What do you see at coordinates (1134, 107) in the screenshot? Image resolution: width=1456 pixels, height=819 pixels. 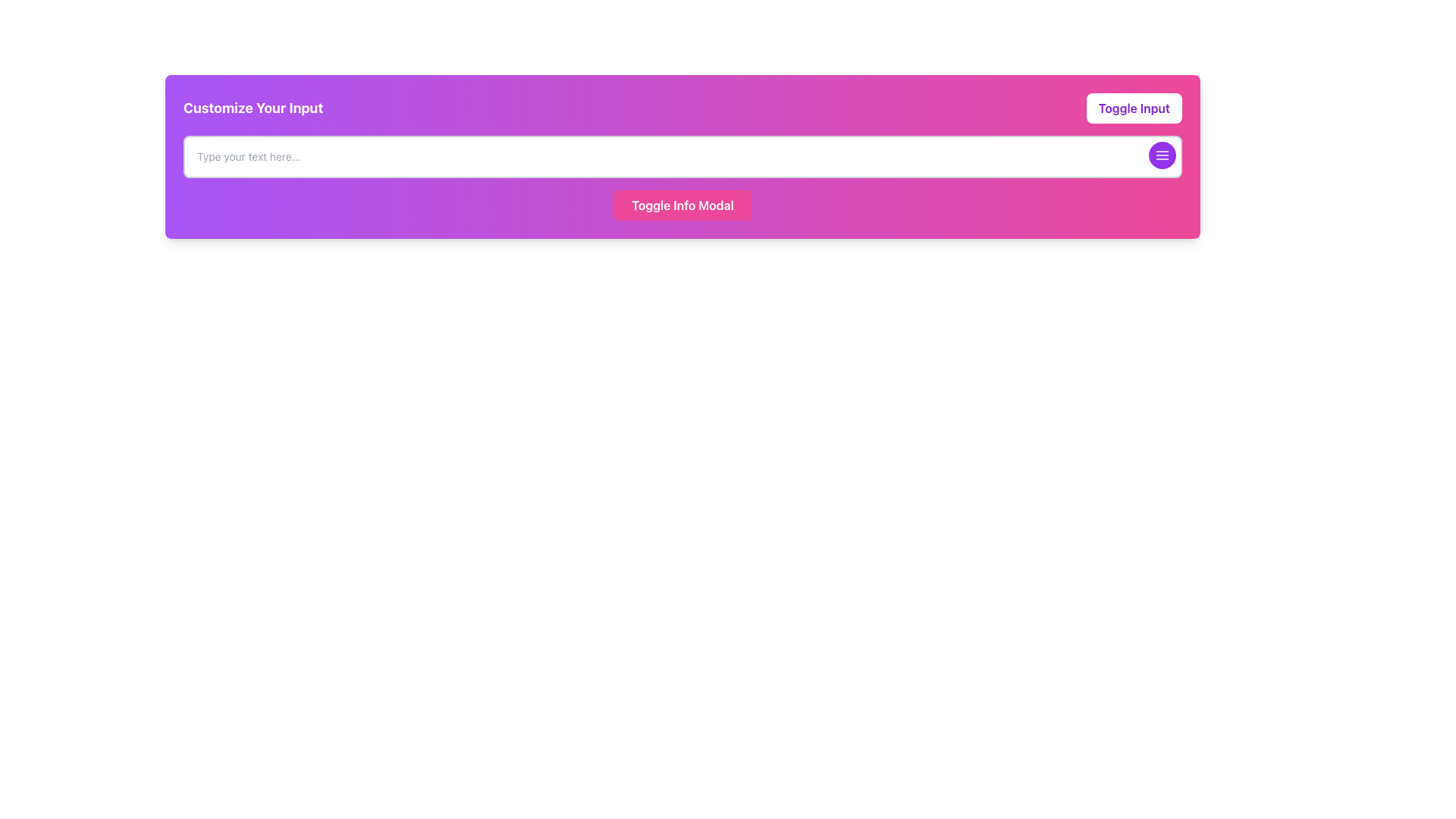 I see `the 'Toggle Input' button, which is displayed in bold purple font on a white background` at bounding box center [1134, 107].